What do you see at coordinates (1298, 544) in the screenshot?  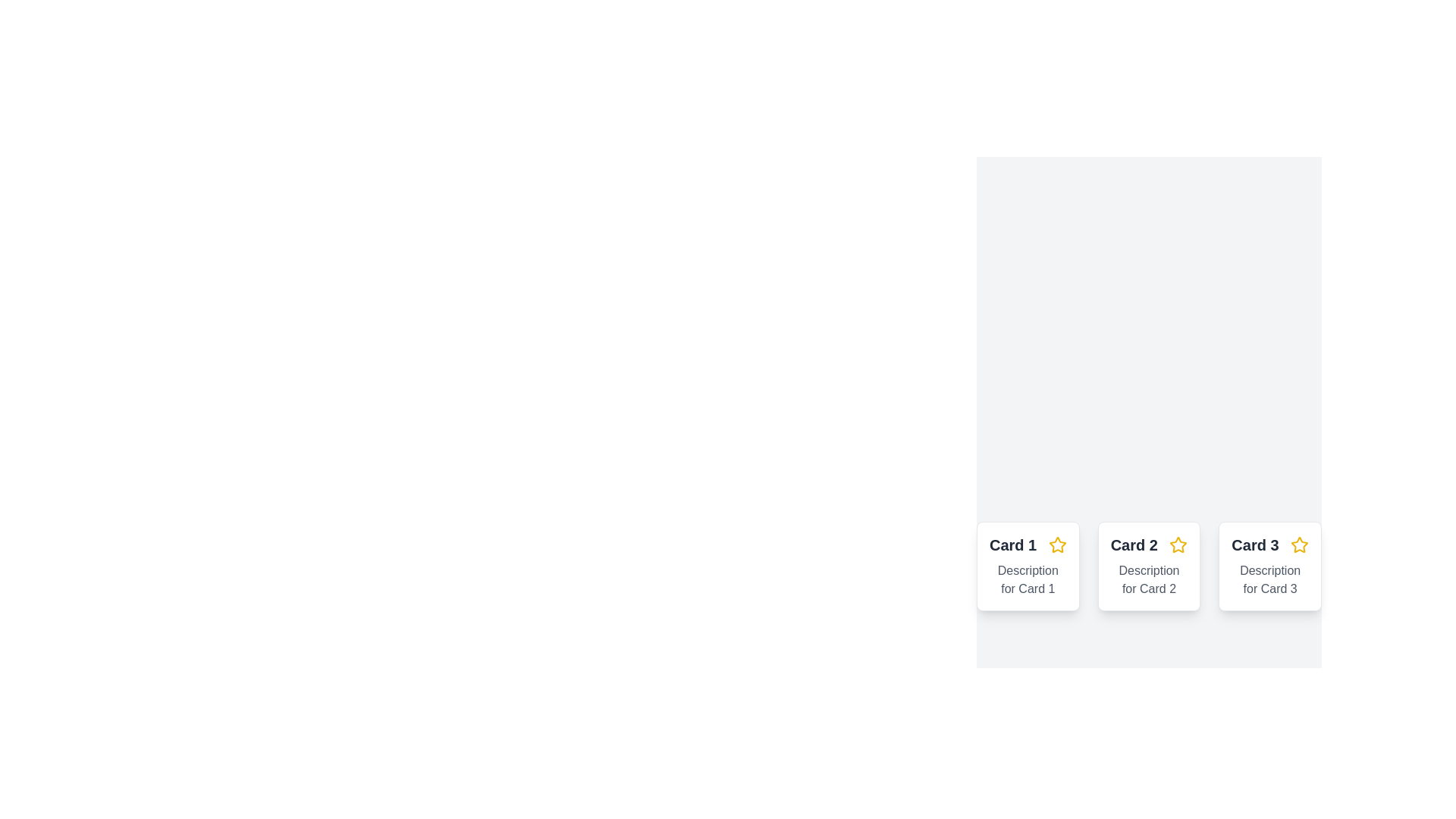 I see `the favorite icon located in the top-right corner of 'Card 3'` at bounding box center [1298, 544].